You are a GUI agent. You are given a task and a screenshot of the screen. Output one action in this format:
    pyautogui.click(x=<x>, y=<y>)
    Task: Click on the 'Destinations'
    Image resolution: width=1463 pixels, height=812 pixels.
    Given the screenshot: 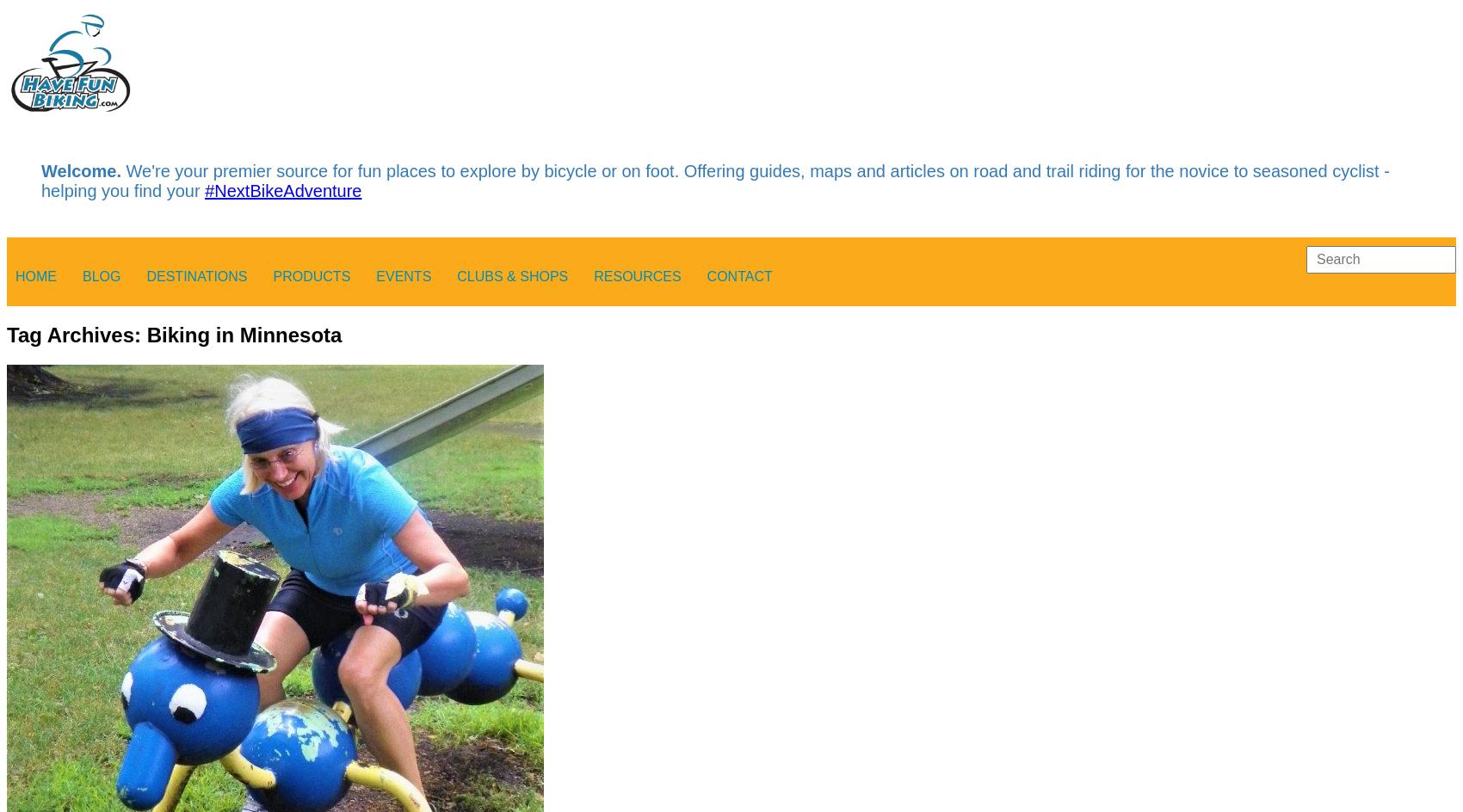 What is the action you would take?
    pyautogui.click(x=145, y=275)
    